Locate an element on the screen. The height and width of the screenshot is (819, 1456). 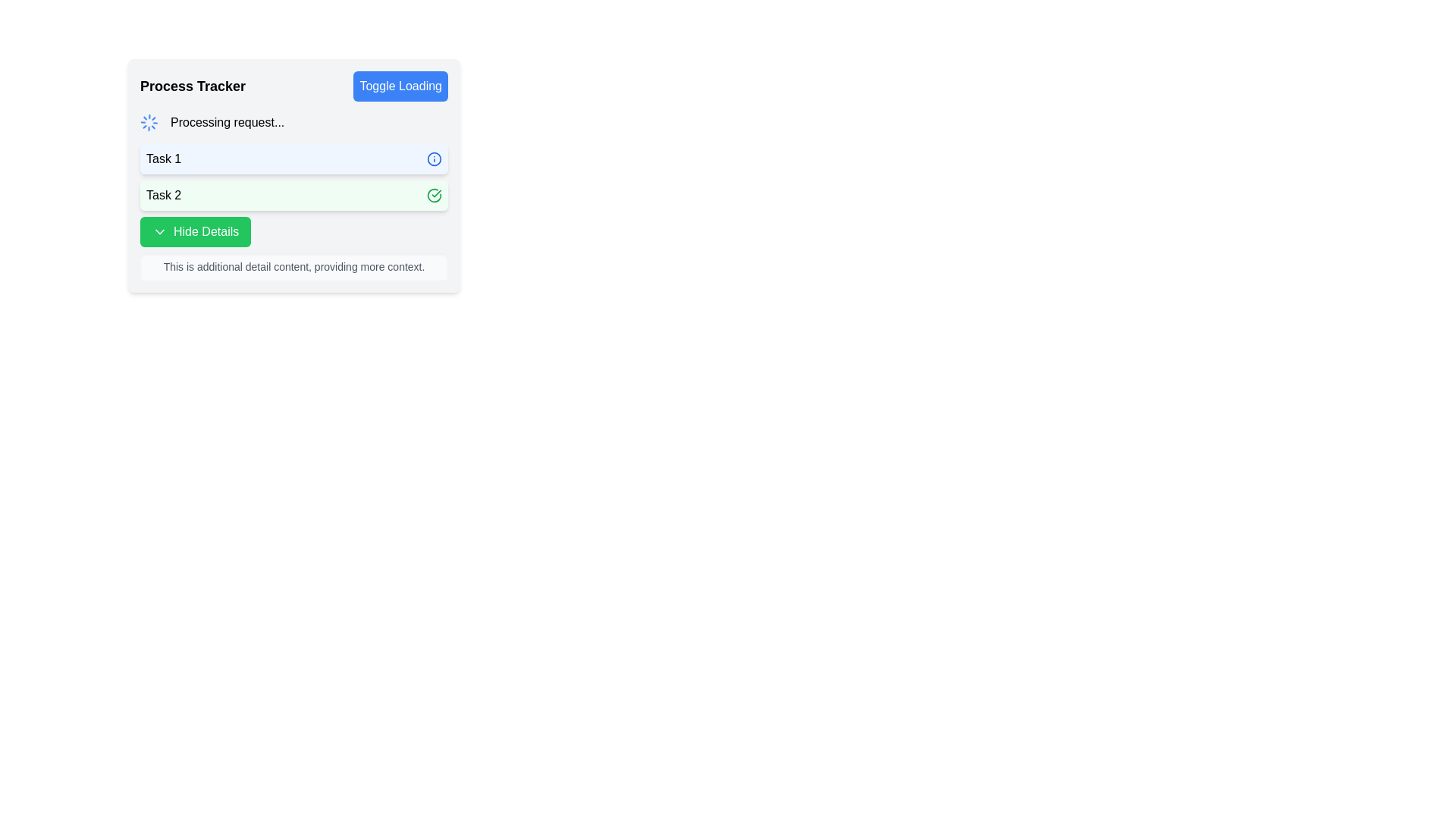
the interactive toggle button is located at coordinates (400, 86).